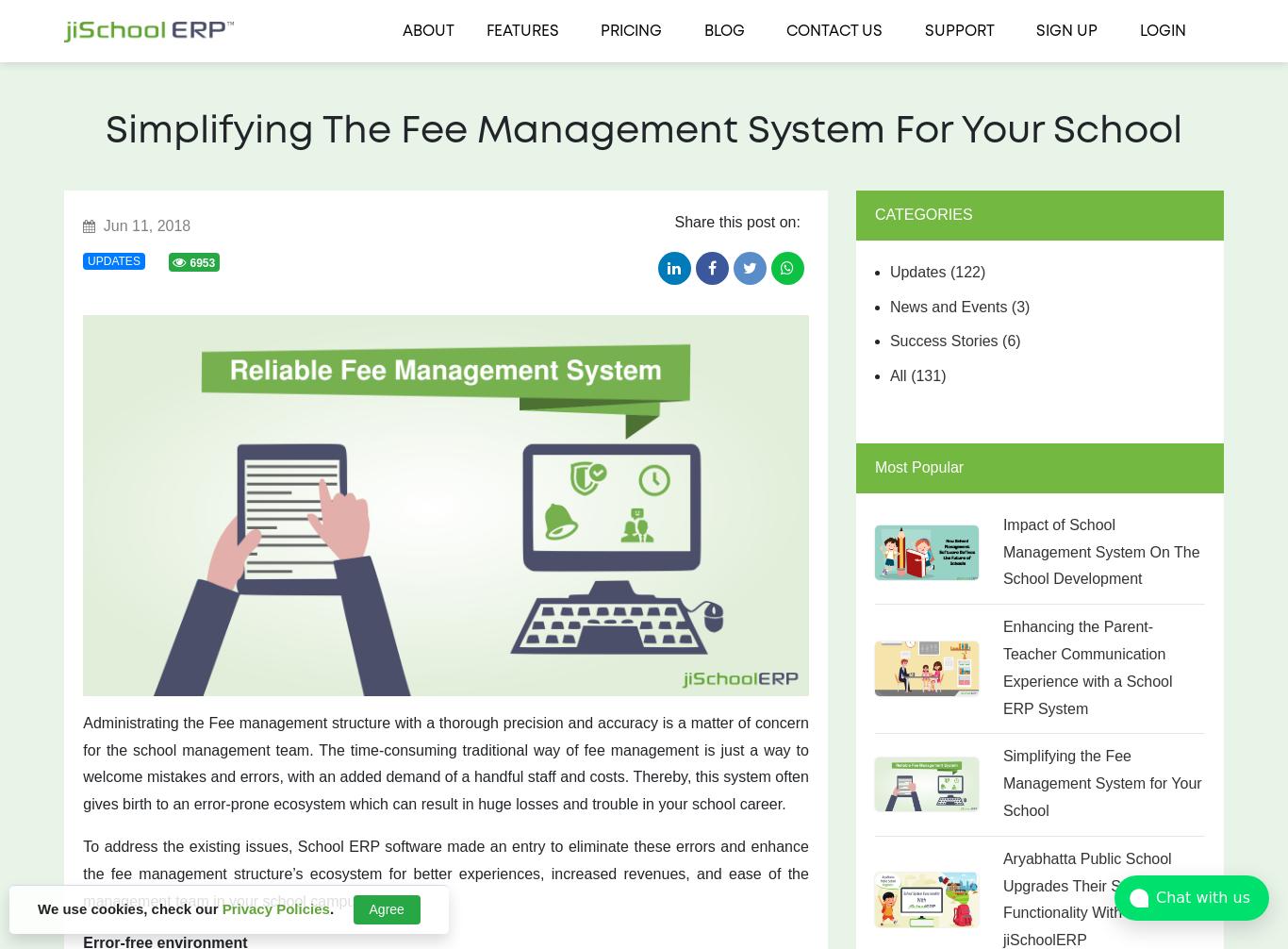  Describe the element at coordinates (426, 31) in the screenshot. I see `'About'` at that location.